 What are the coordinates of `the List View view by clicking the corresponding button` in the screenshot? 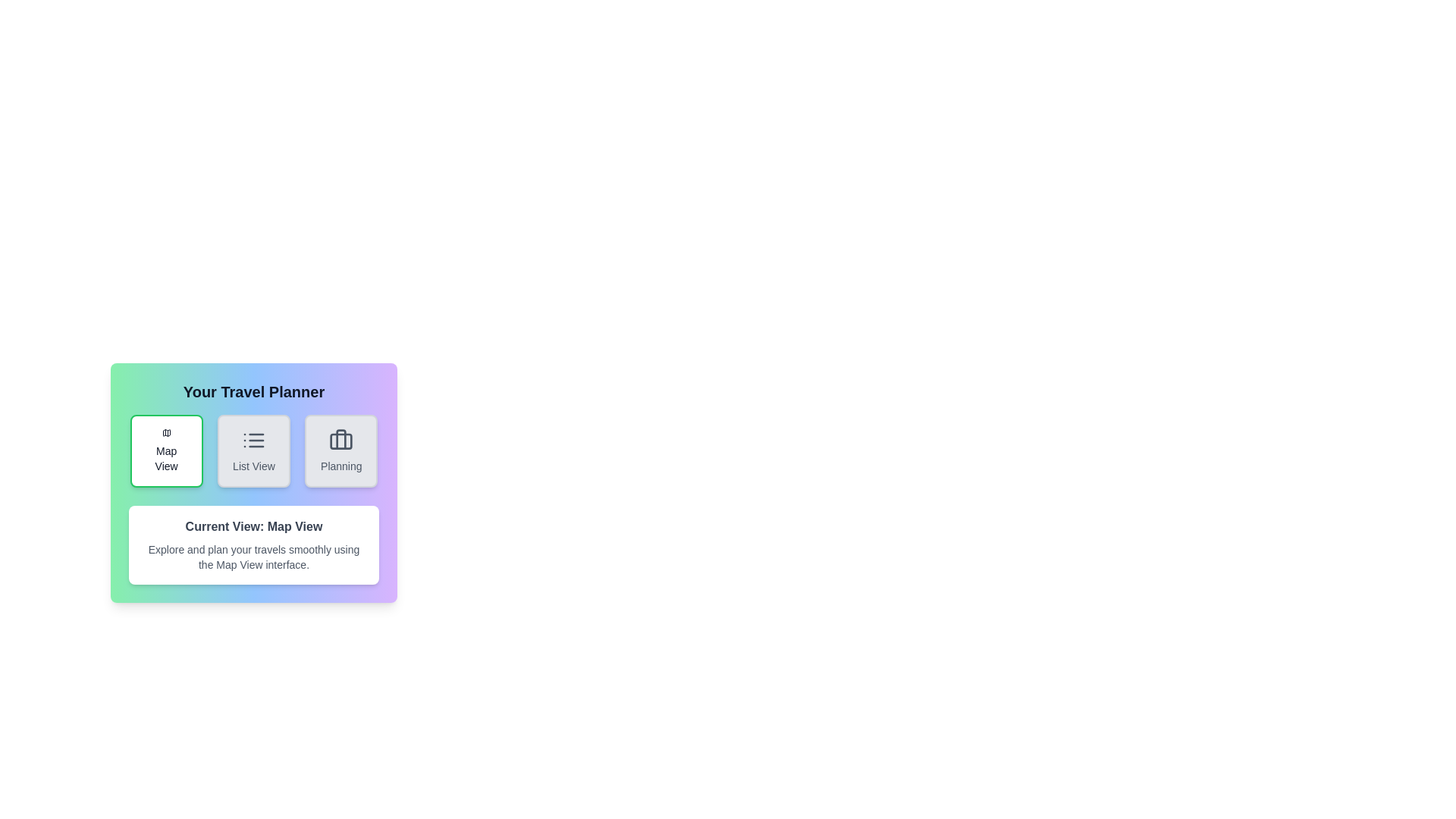 It's located at (254, 450).